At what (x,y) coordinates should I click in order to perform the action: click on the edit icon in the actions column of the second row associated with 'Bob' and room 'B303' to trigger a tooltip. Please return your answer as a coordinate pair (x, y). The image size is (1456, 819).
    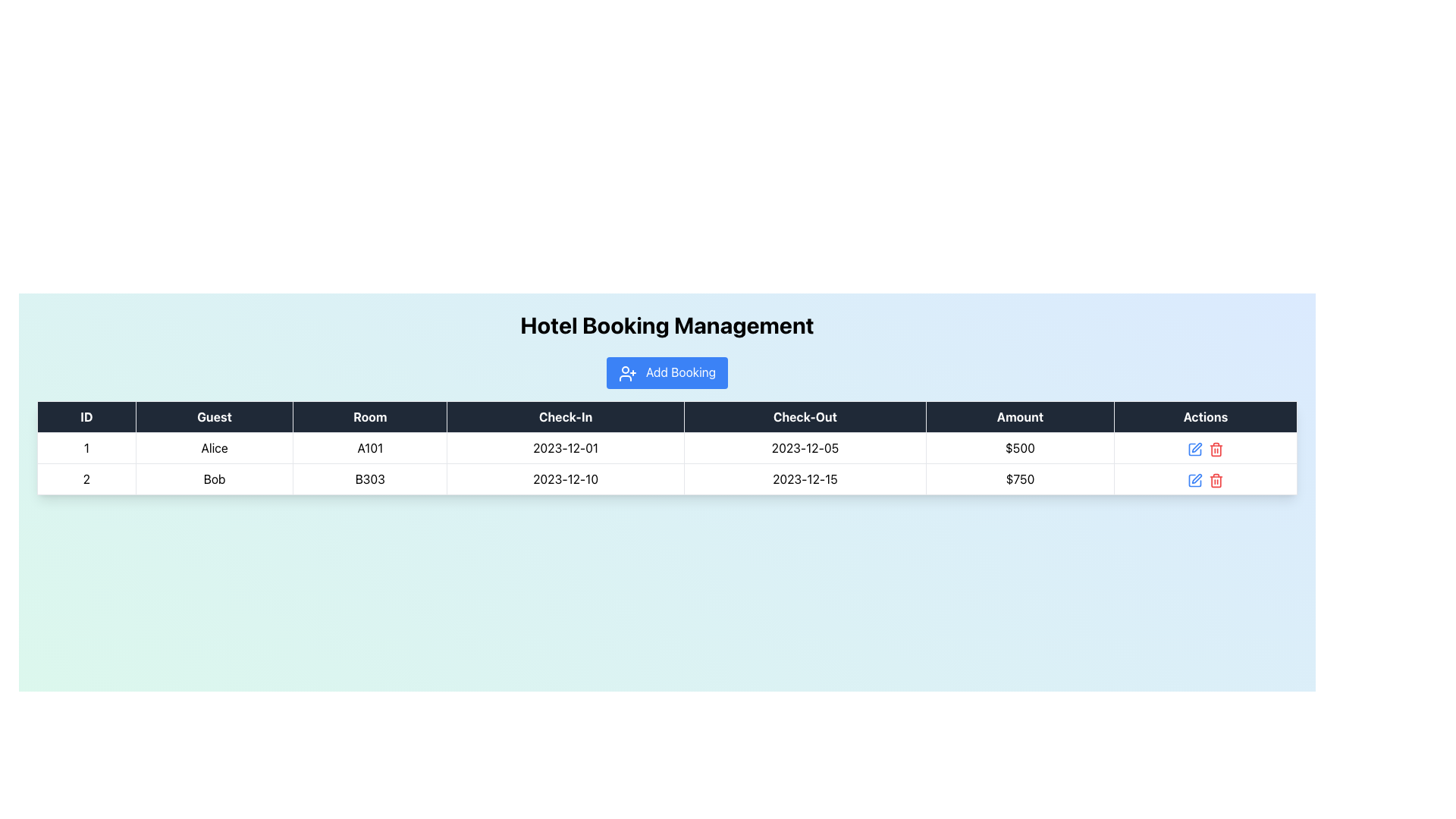
    Looking at the image, I should click on (1196, 479).